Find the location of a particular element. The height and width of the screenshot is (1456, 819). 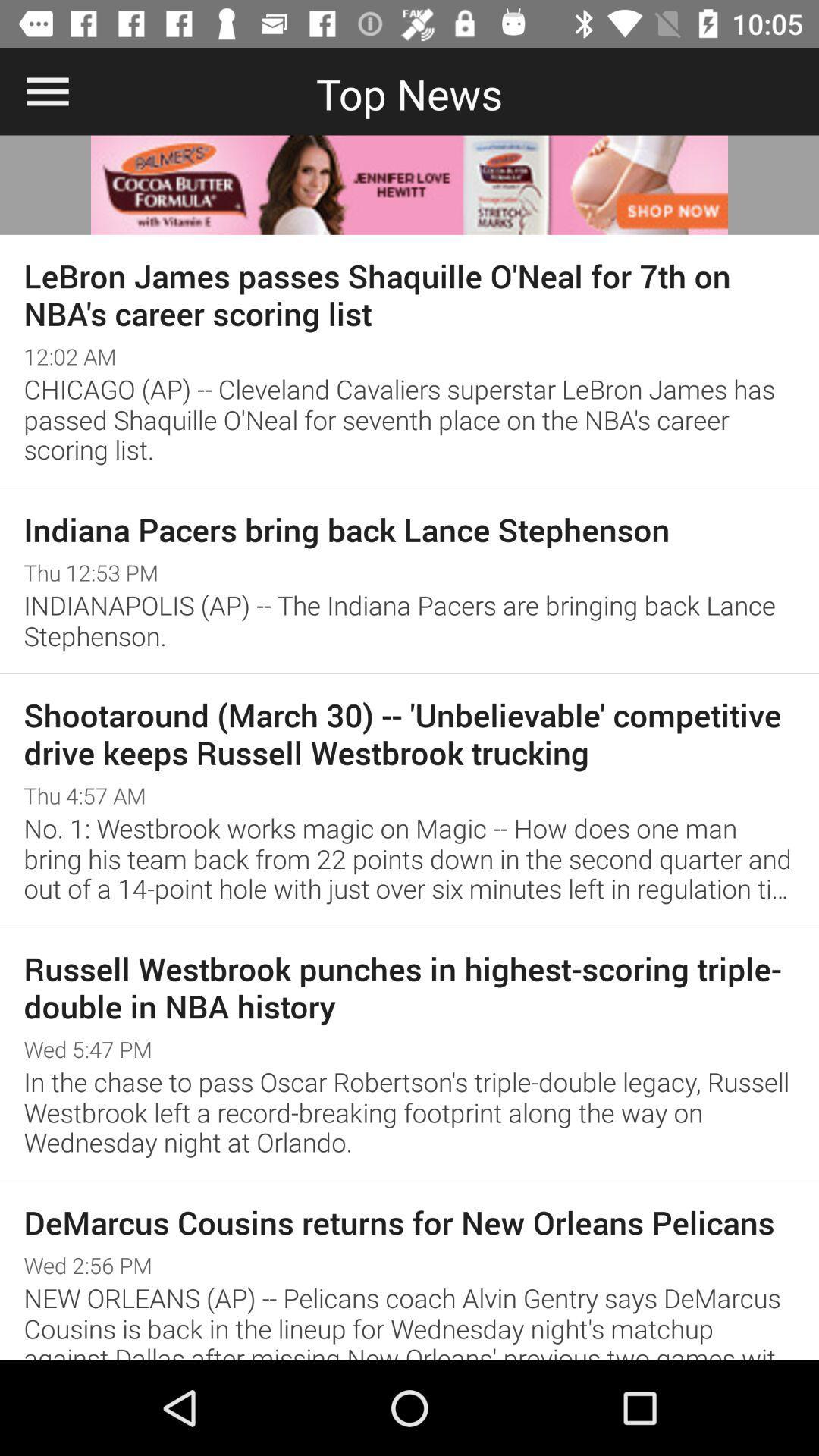

advertisement is located at coordinates (409, 184).